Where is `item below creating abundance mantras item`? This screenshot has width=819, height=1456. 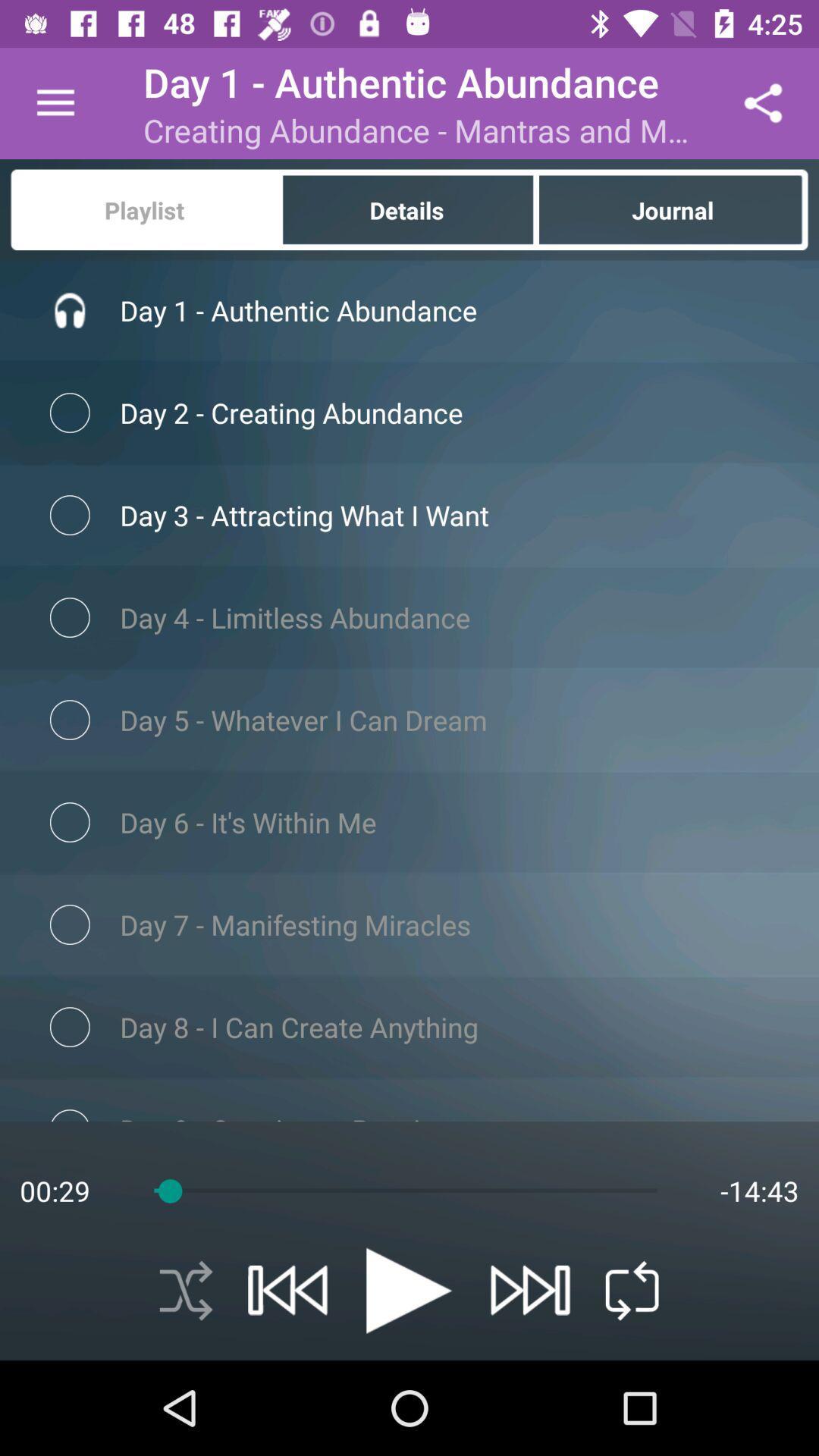
item below creating abundance mantras item is located at coordinates (407, 209).